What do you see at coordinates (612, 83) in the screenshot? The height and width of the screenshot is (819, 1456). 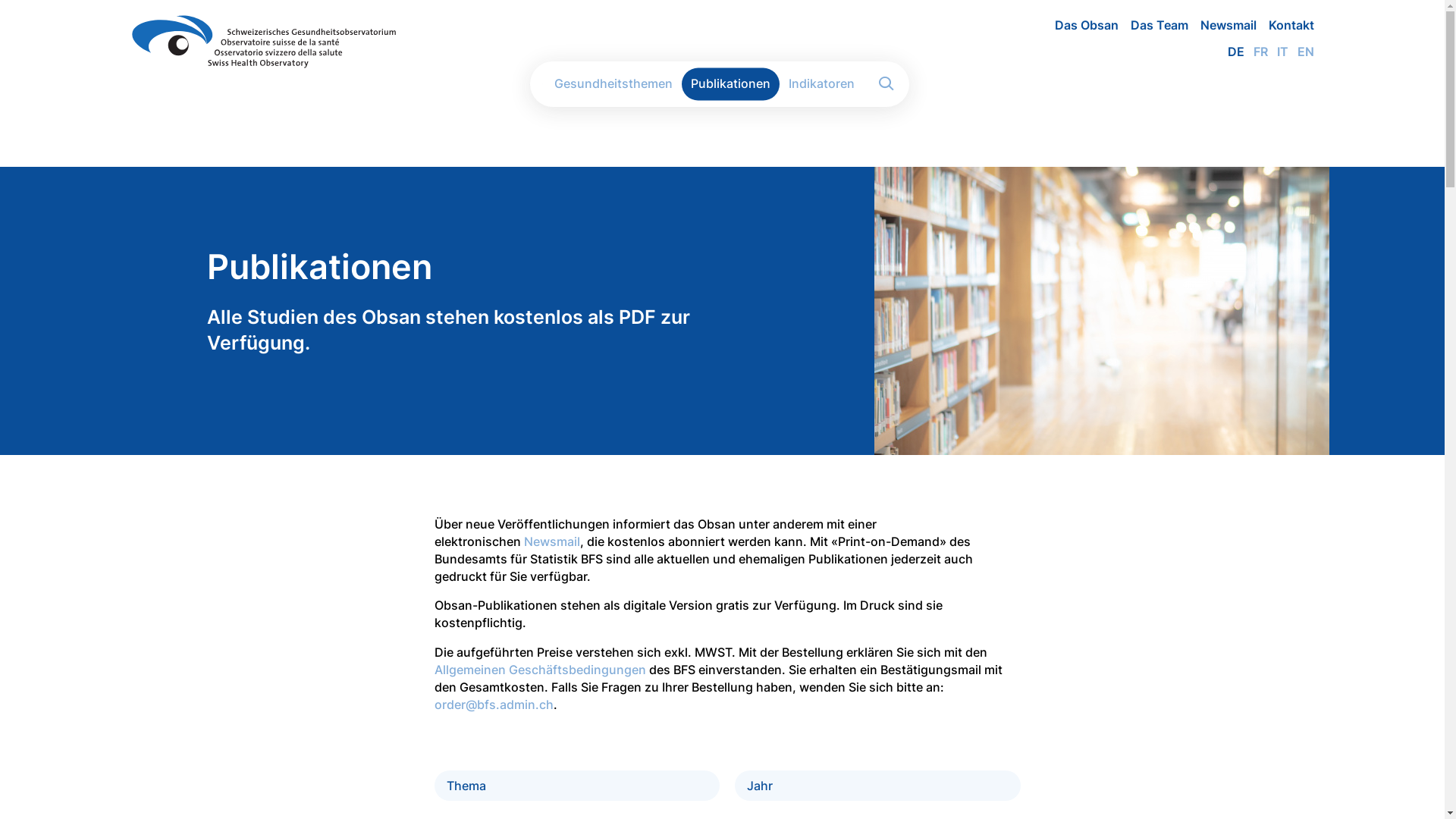 I see `'Gesundheitsthemen'` at bounding box center [612, 83].